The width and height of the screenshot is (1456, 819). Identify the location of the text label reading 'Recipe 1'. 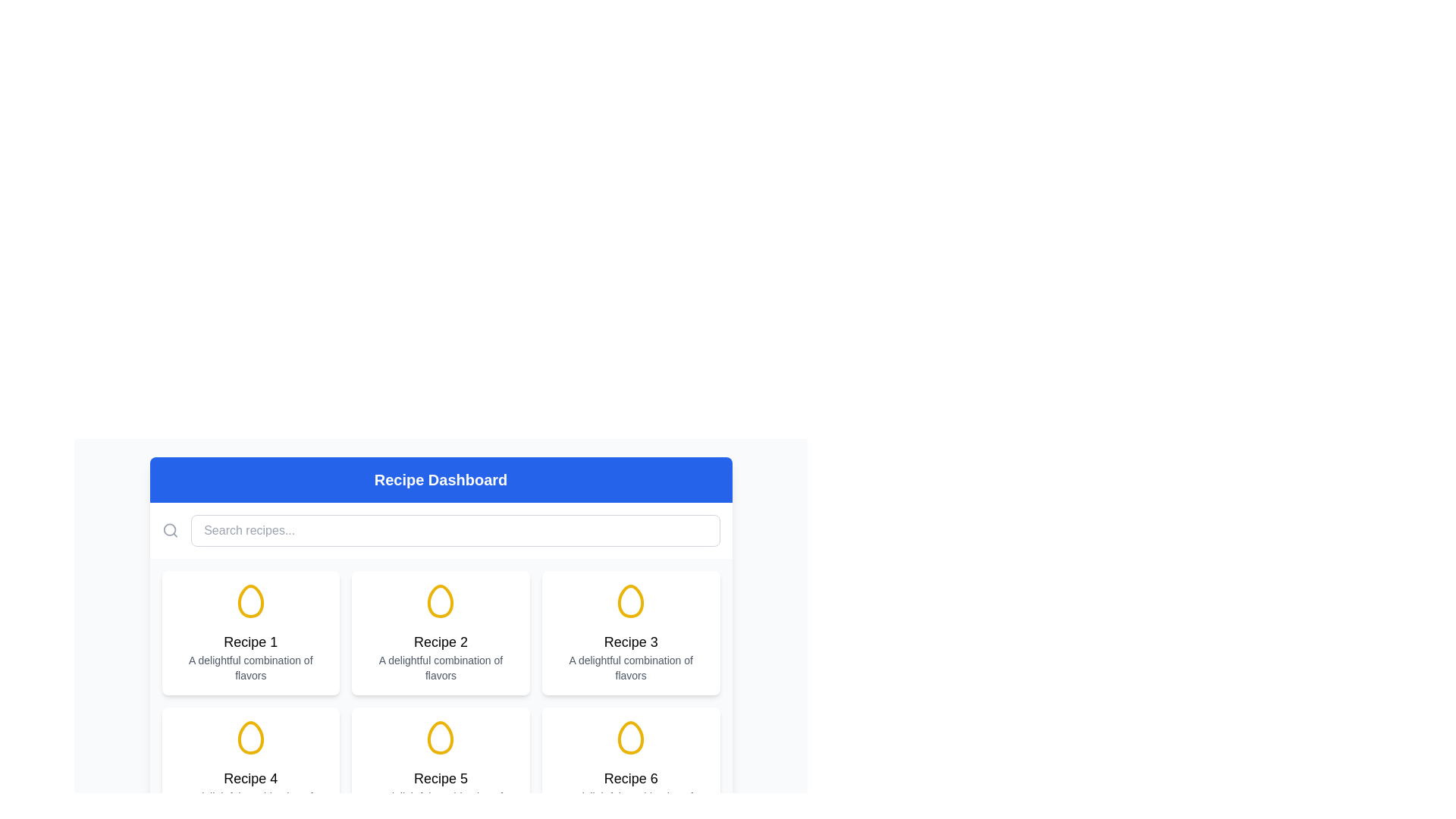
(250, 642).